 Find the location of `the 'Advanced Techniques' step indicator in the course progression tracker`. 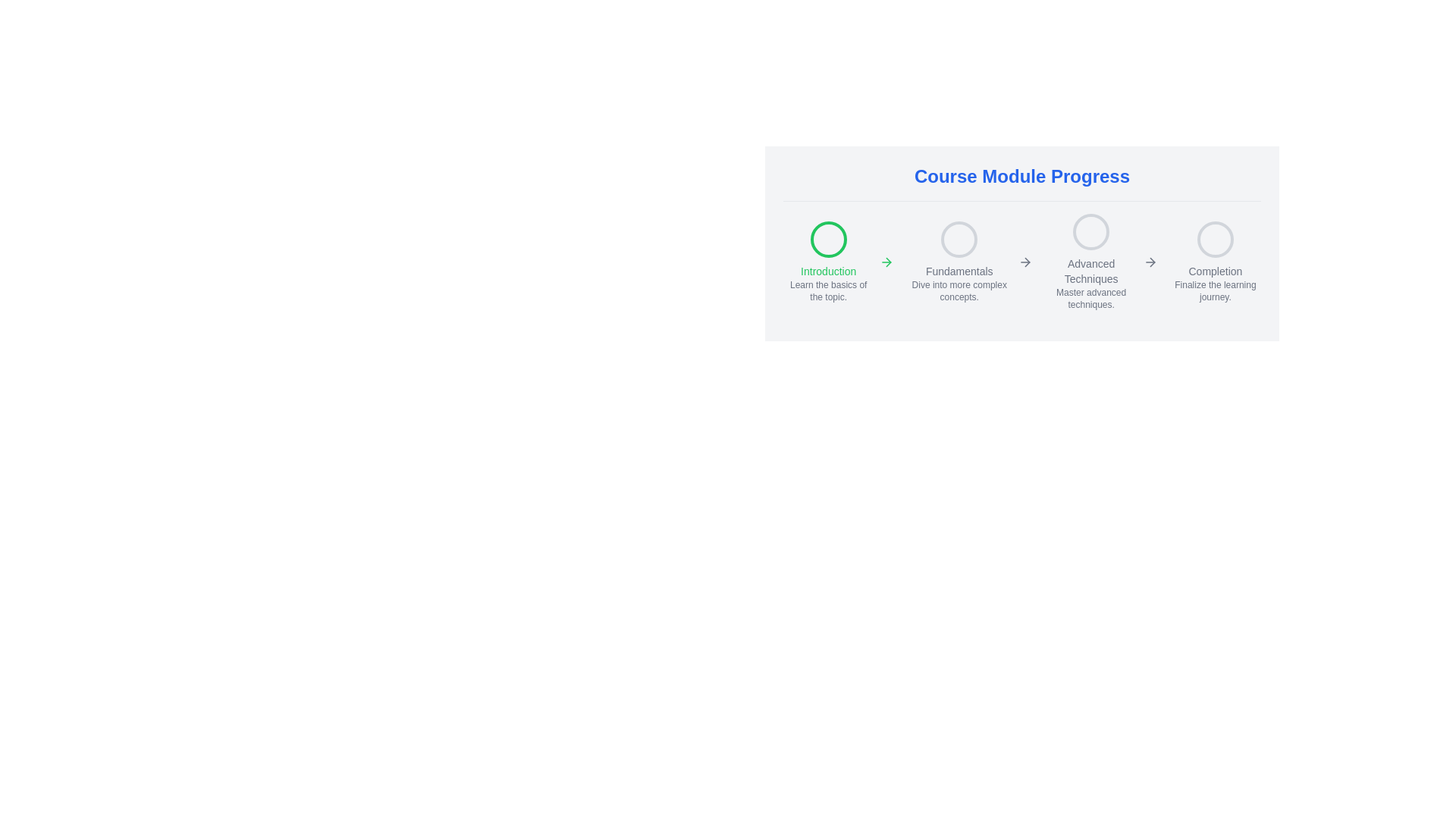

the 'Advanced Techniques' step indicator in the course progression tracker is located at coordinates (1101, 262).